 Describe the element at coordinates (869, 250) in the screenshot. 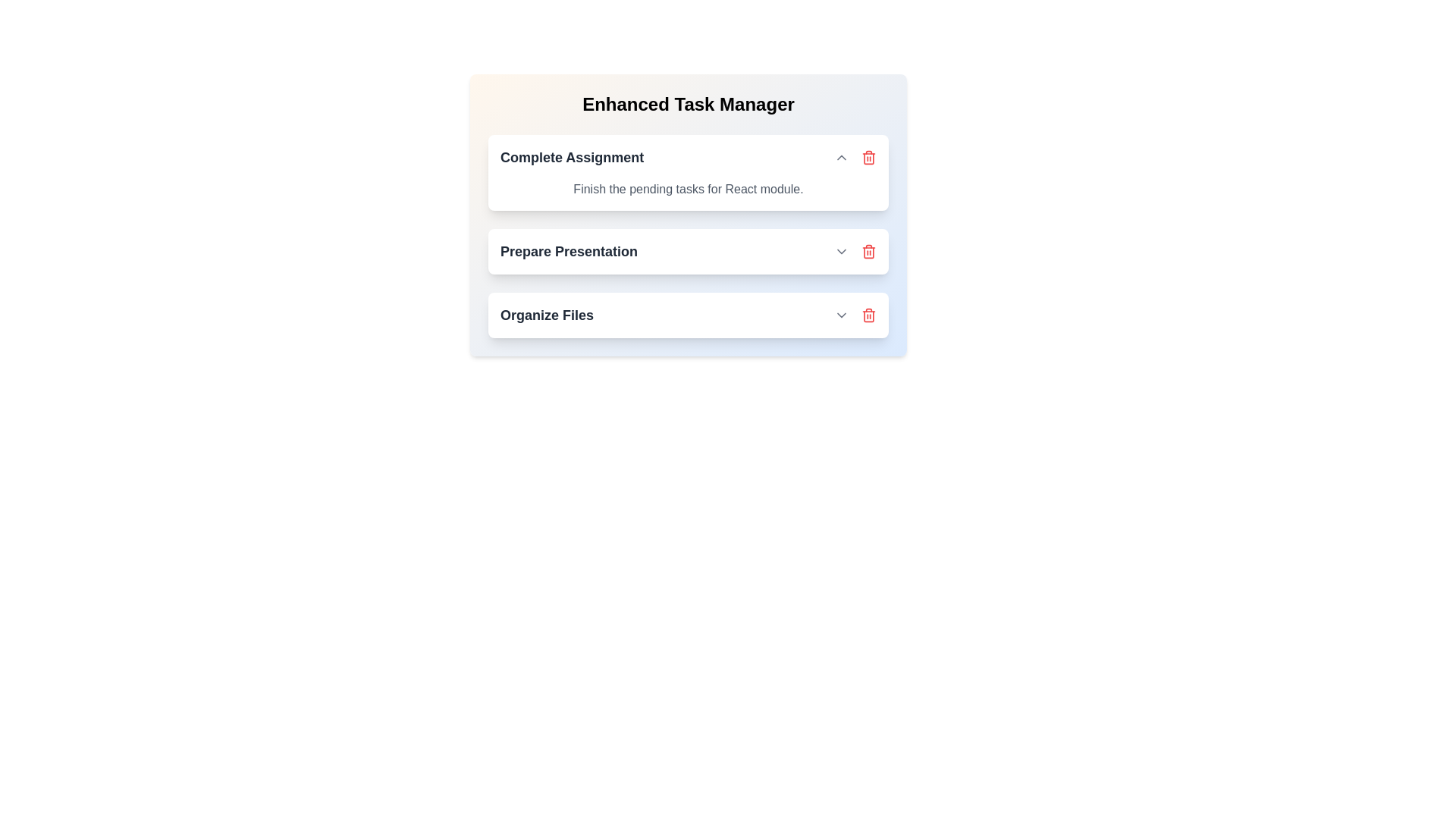

I see `the task titled Prepare Presentation` at that location.